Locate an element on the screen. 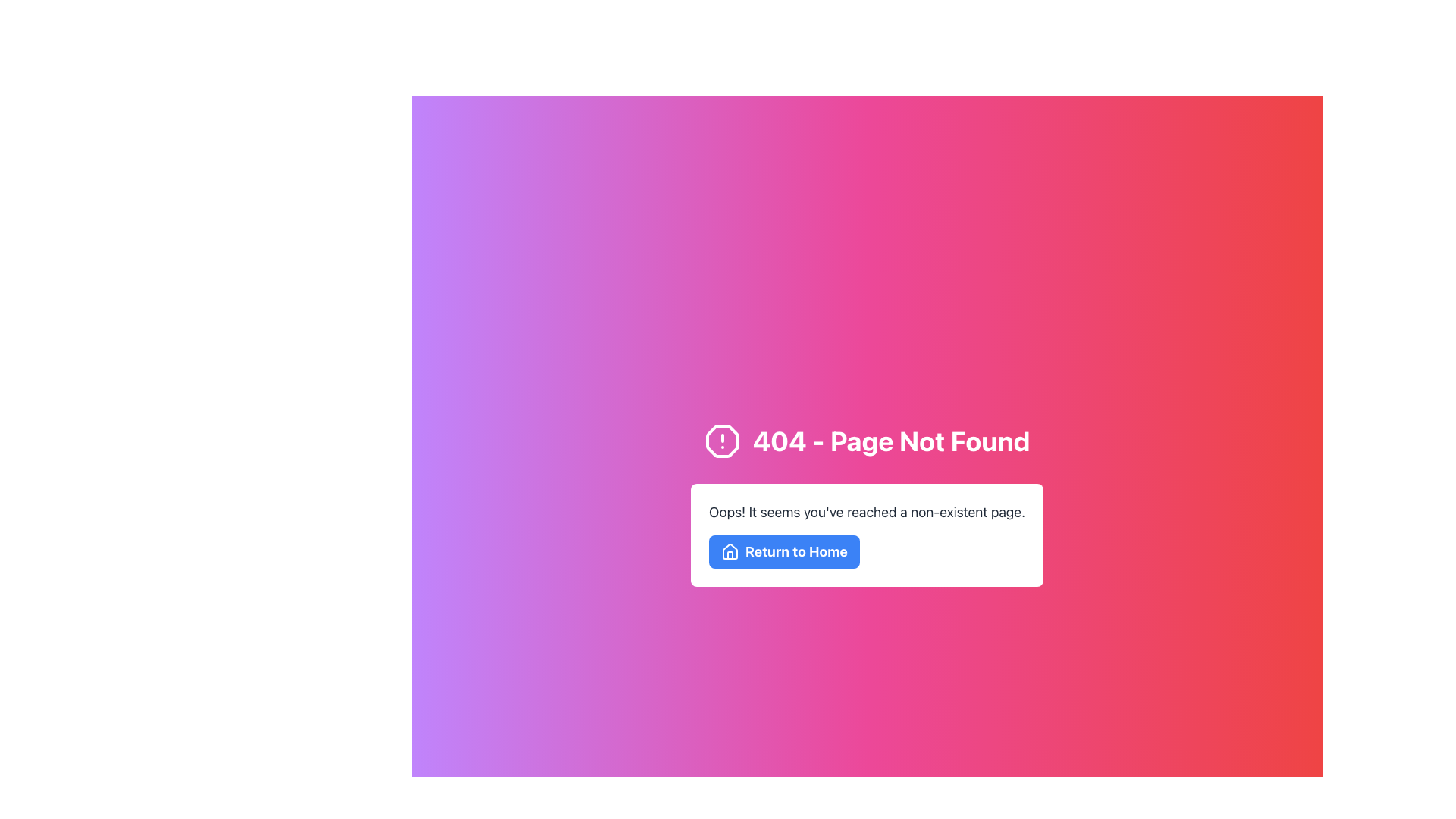 This screenshot has width=1456, height=819. the 'home' icon SVG graphic located to the left of the 'Return to Home' text is located at coordinates (730, 551).